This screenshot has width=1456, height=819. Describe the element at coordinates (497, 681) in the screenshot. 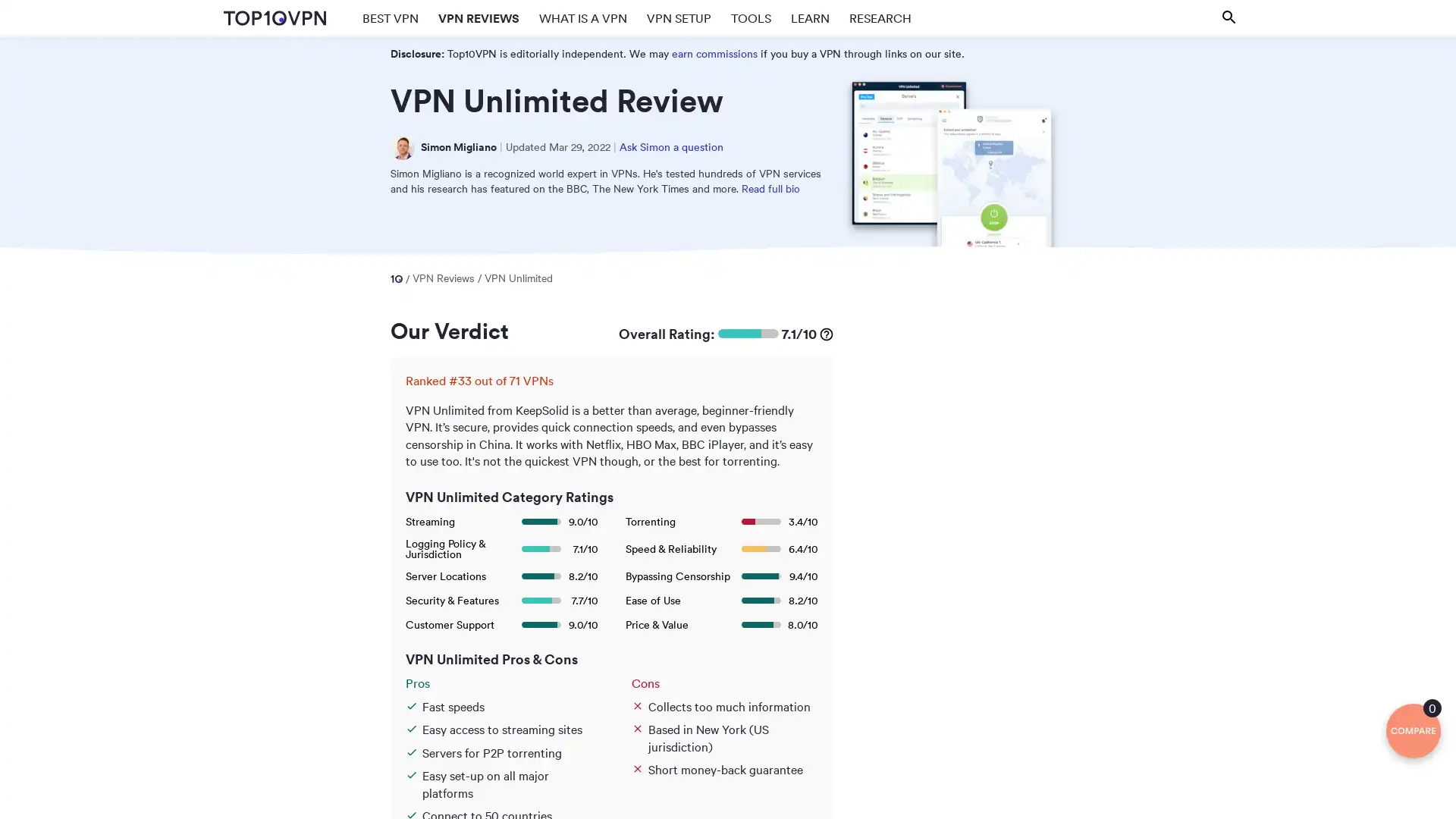

I see `Pros` at that location.